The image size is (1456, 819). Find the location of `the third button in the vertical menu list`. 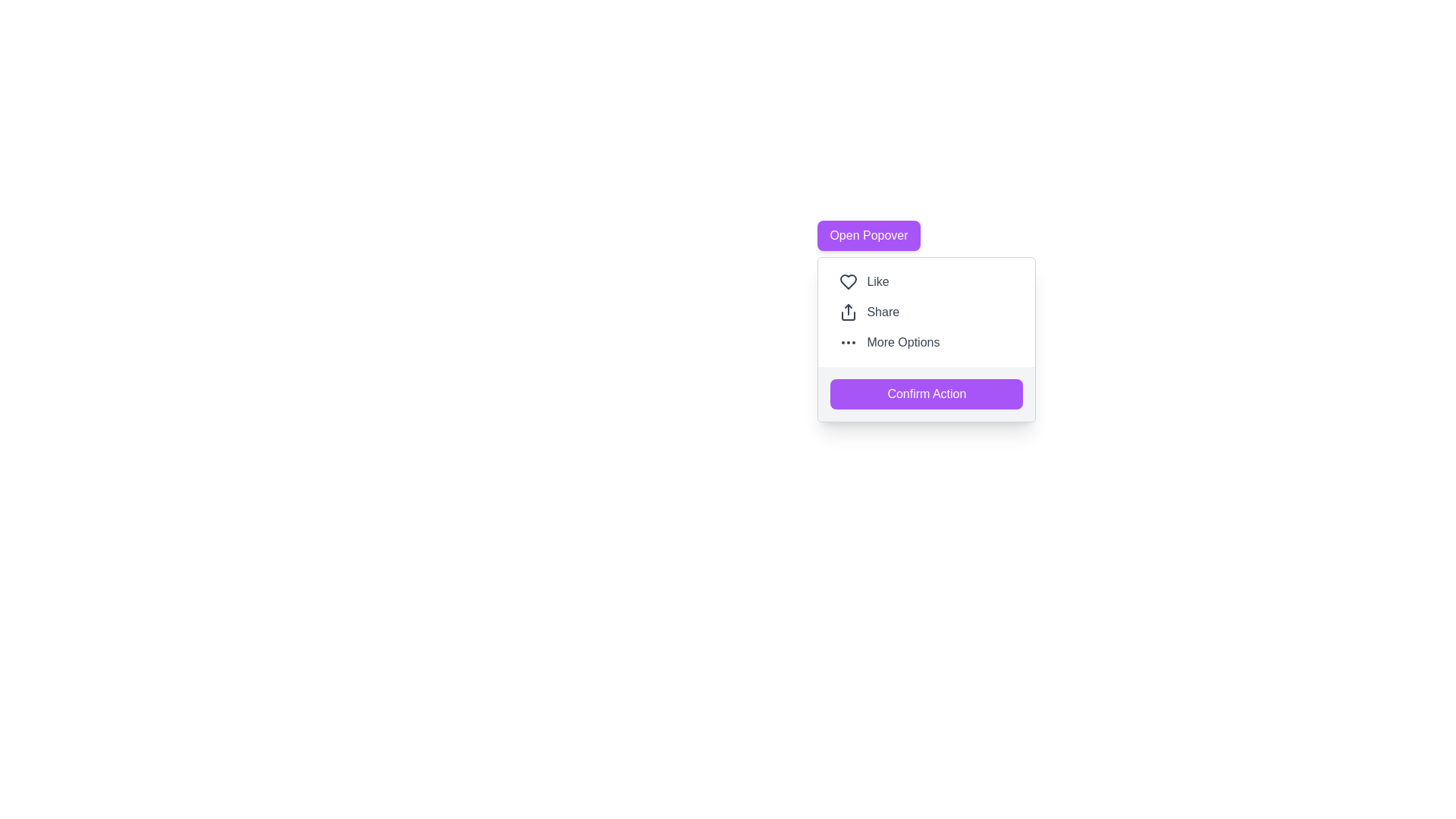

the third button in the vertical menu list is located at coordinates (926, 342).